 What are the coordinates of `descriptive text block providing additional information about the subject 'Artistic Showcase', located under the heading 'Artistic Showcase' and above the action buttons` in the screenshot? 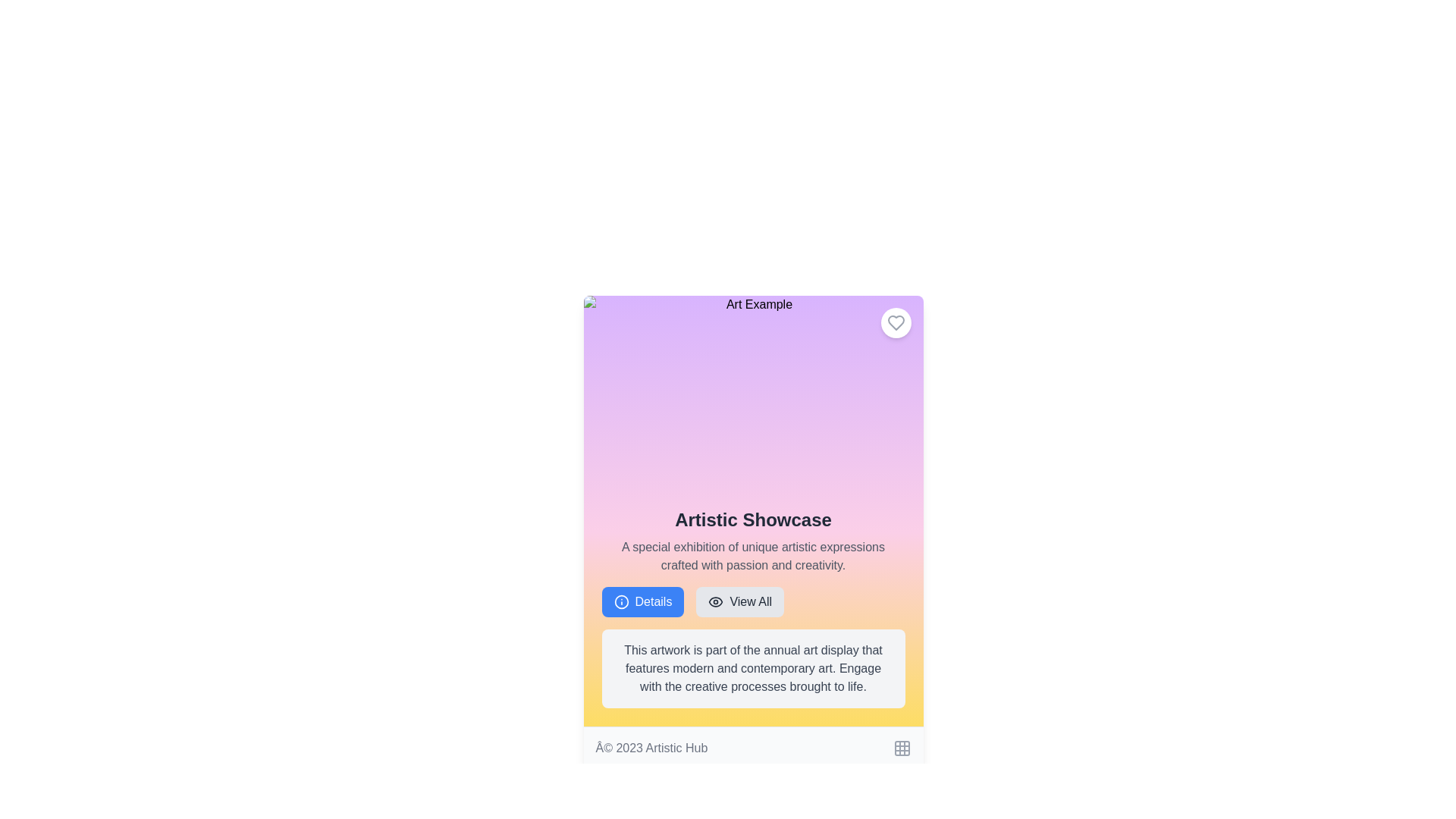 It's located at (753, 556).